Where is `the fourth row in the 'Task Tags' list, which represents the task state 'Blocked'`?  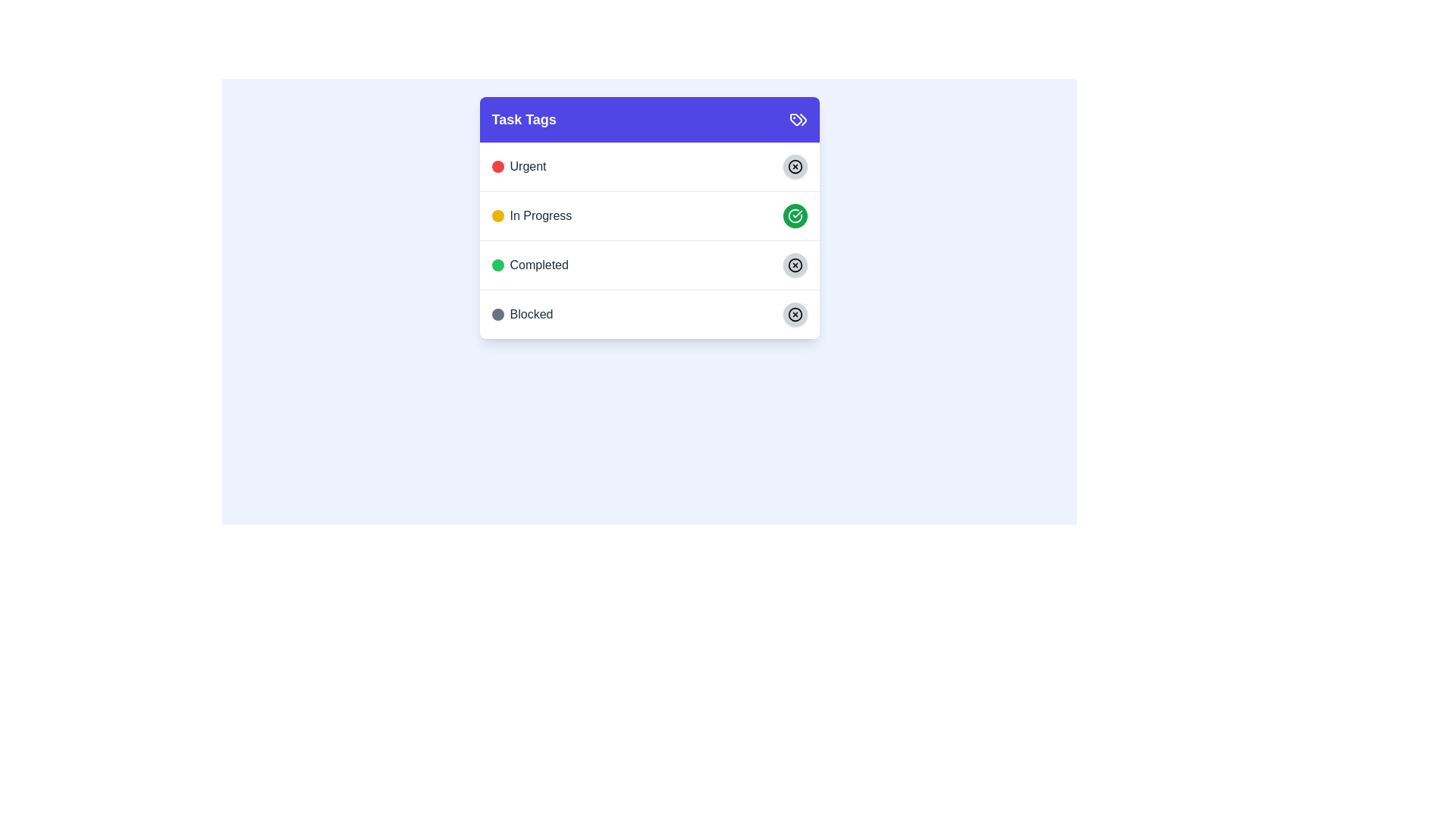 the fourth row in the 'Task Tags' list, which represents the task state 'Blocked' is located at coordinates (649, 313).